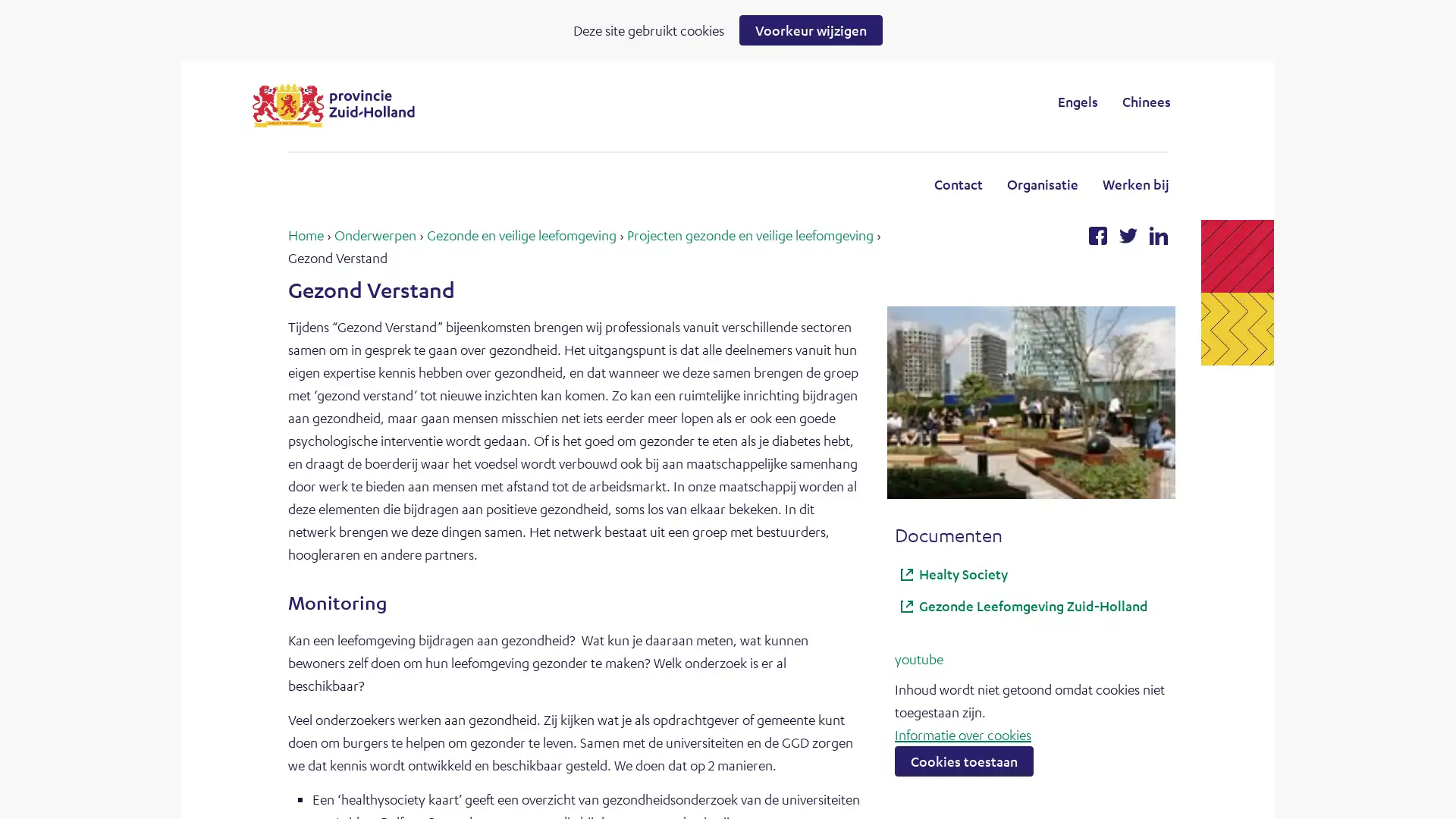 The height and width of the screenshot is (819, 1456). What do you see at coordinates (963, 760) in the screenshot?
I see `Cookies toestaan` at bounding box center [963, 760].